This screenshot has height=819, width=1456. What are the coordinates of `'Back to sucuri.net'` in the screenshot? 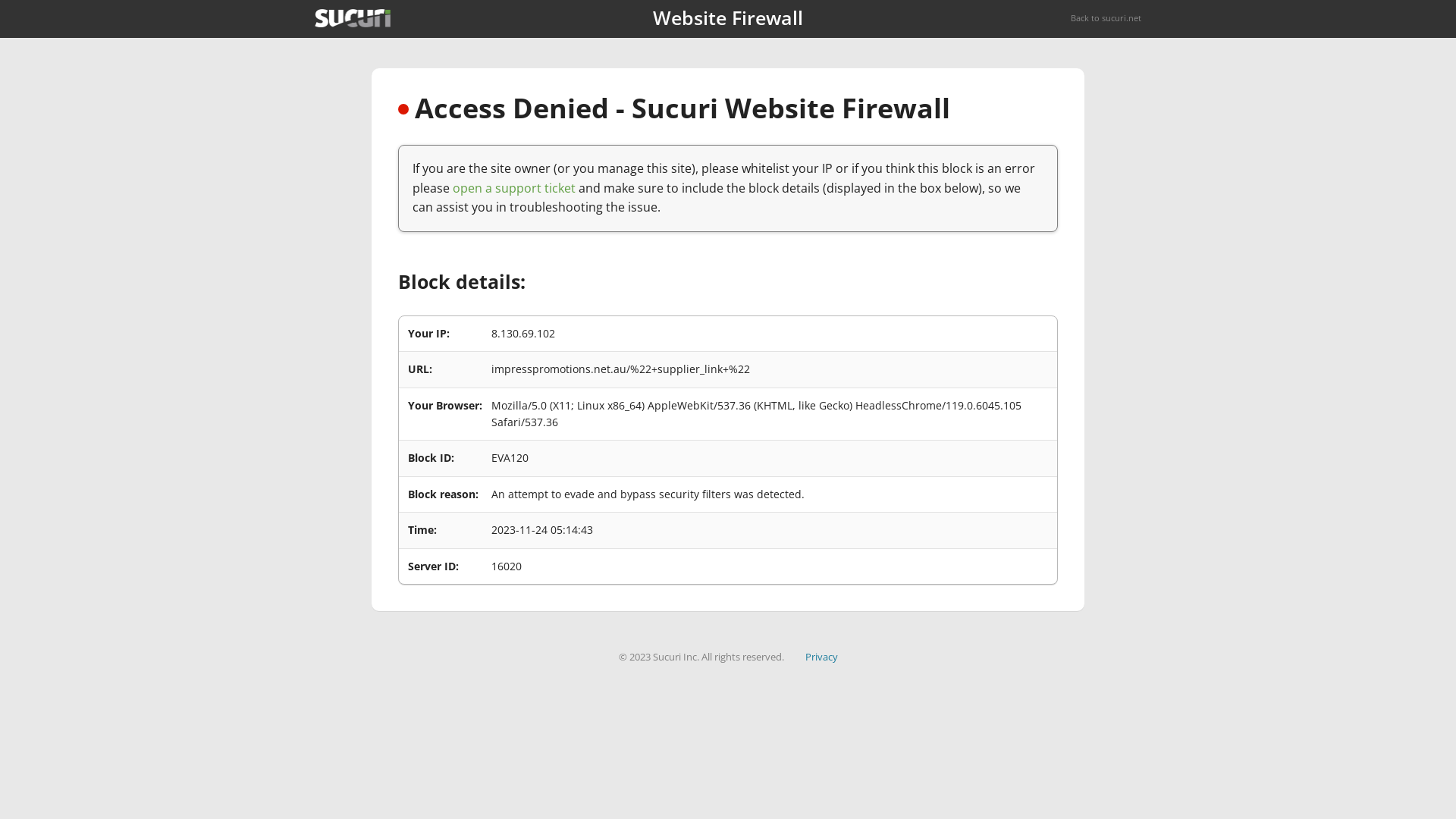 It's located at (1106, 17).